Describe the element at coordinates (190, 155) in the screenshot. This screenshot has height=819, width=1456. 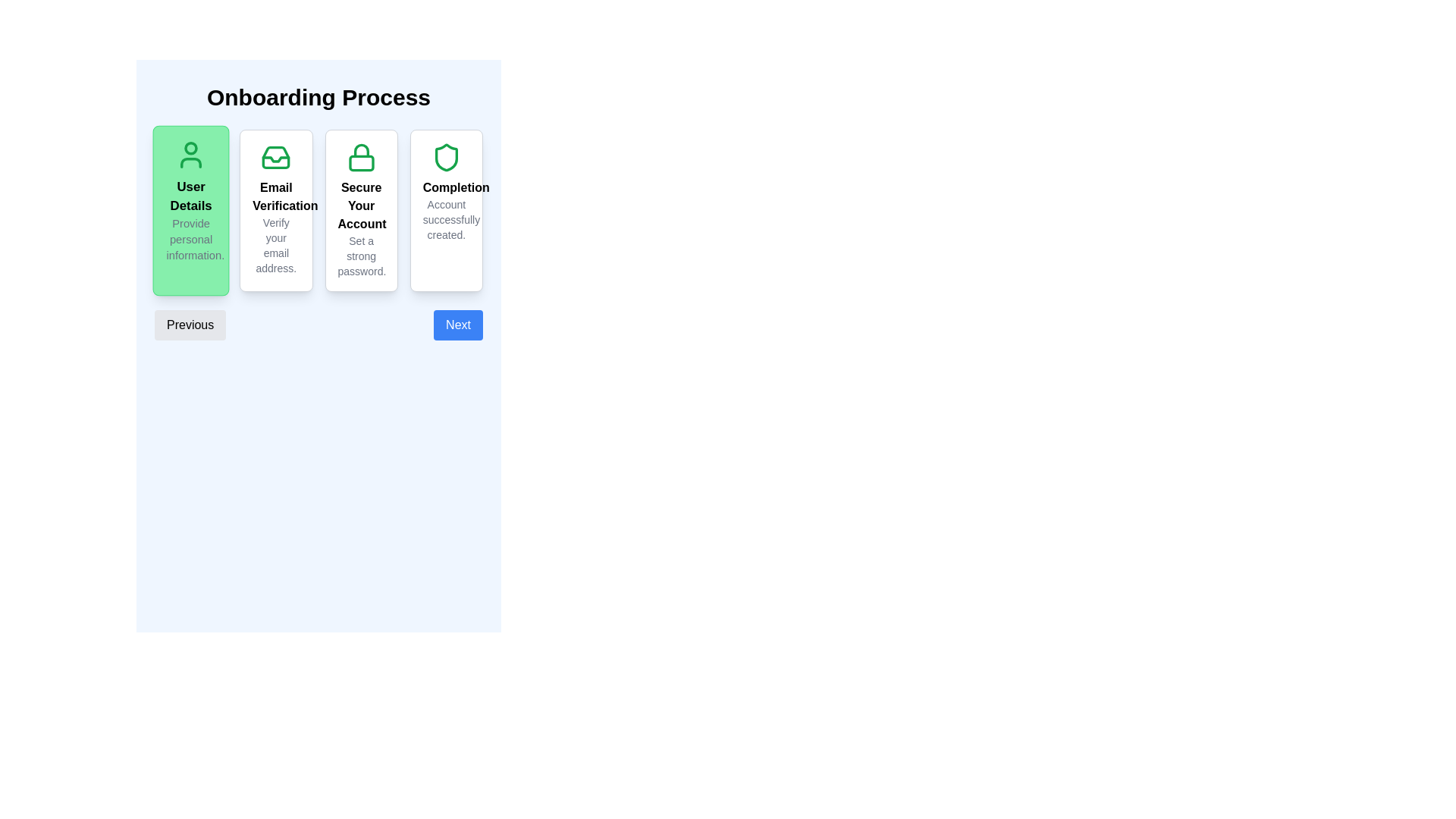
I see `the decorative icon representing the 'User Details' section in the onboarding process, which is the leftmost icon in the horizontally arranged interface` at that location.